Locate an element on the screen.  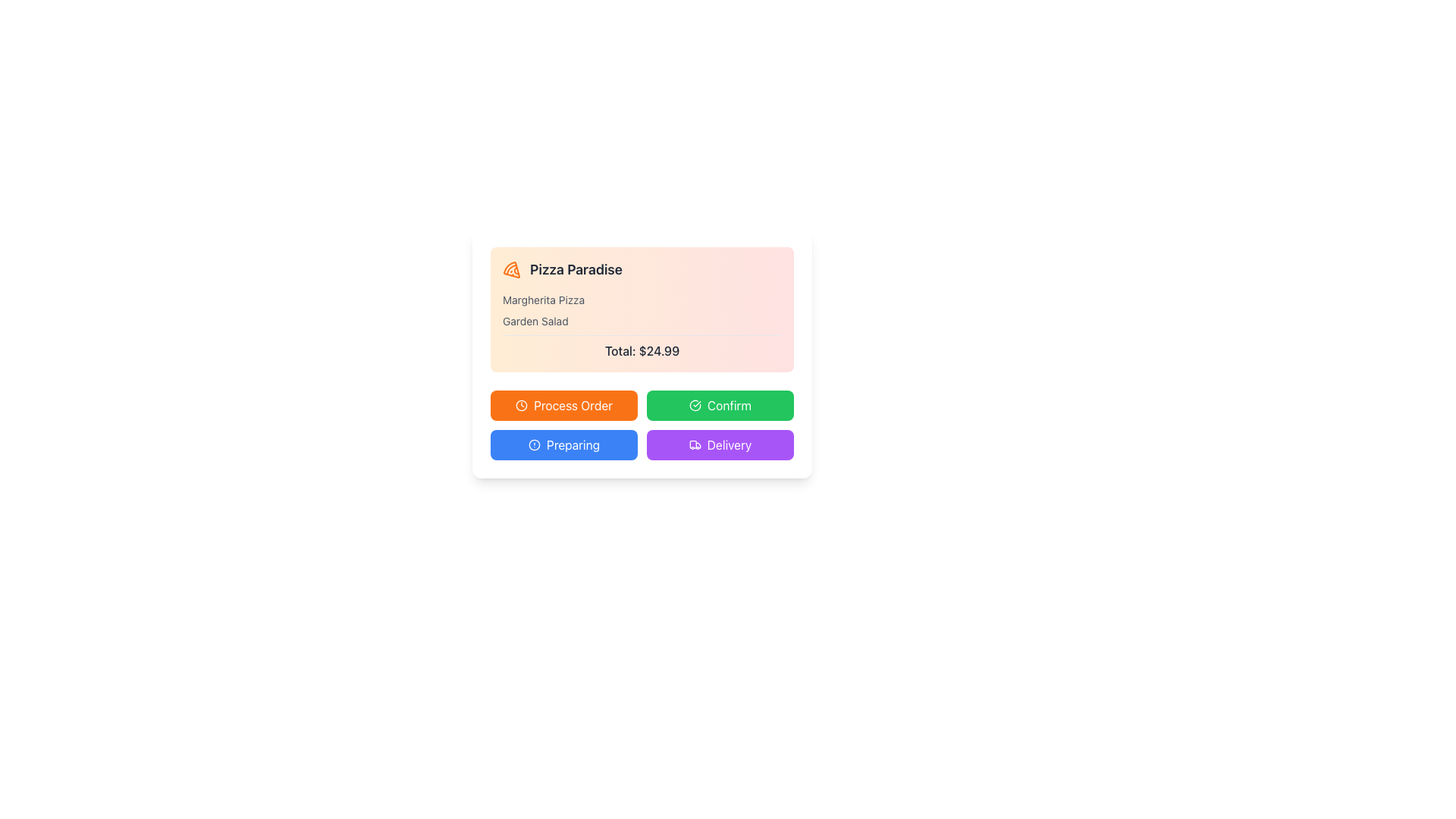
the pizza icon located to the far left of the 'Pizza Paradise' section, adjacent to the title text is located at coordinates (512, 268).